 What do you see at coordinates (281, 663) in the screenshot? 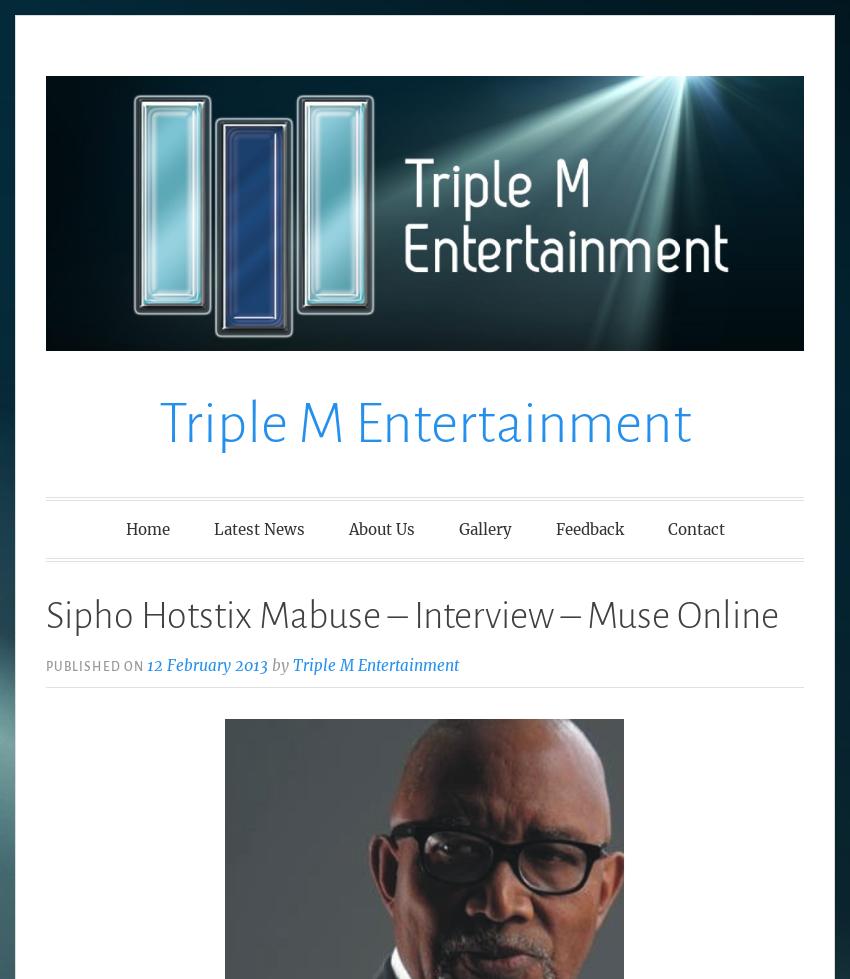
I see `'by'` at bounding box center [281, 663].